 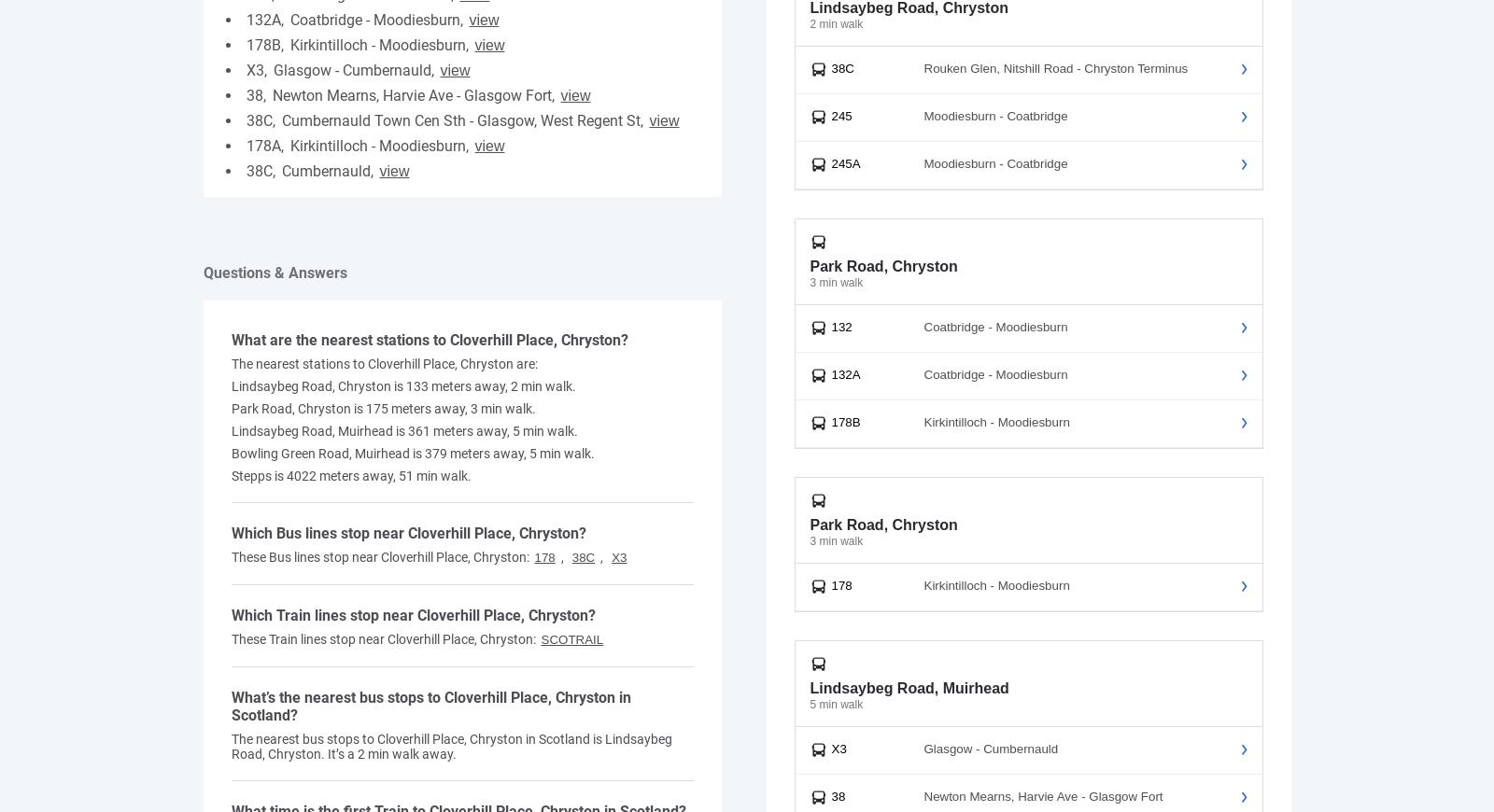 What do you see at coordinates (908, 688) in the screenshot?
I see `'Lindsaybeg Road, Muirhead'` at bounding box center [908, 688].